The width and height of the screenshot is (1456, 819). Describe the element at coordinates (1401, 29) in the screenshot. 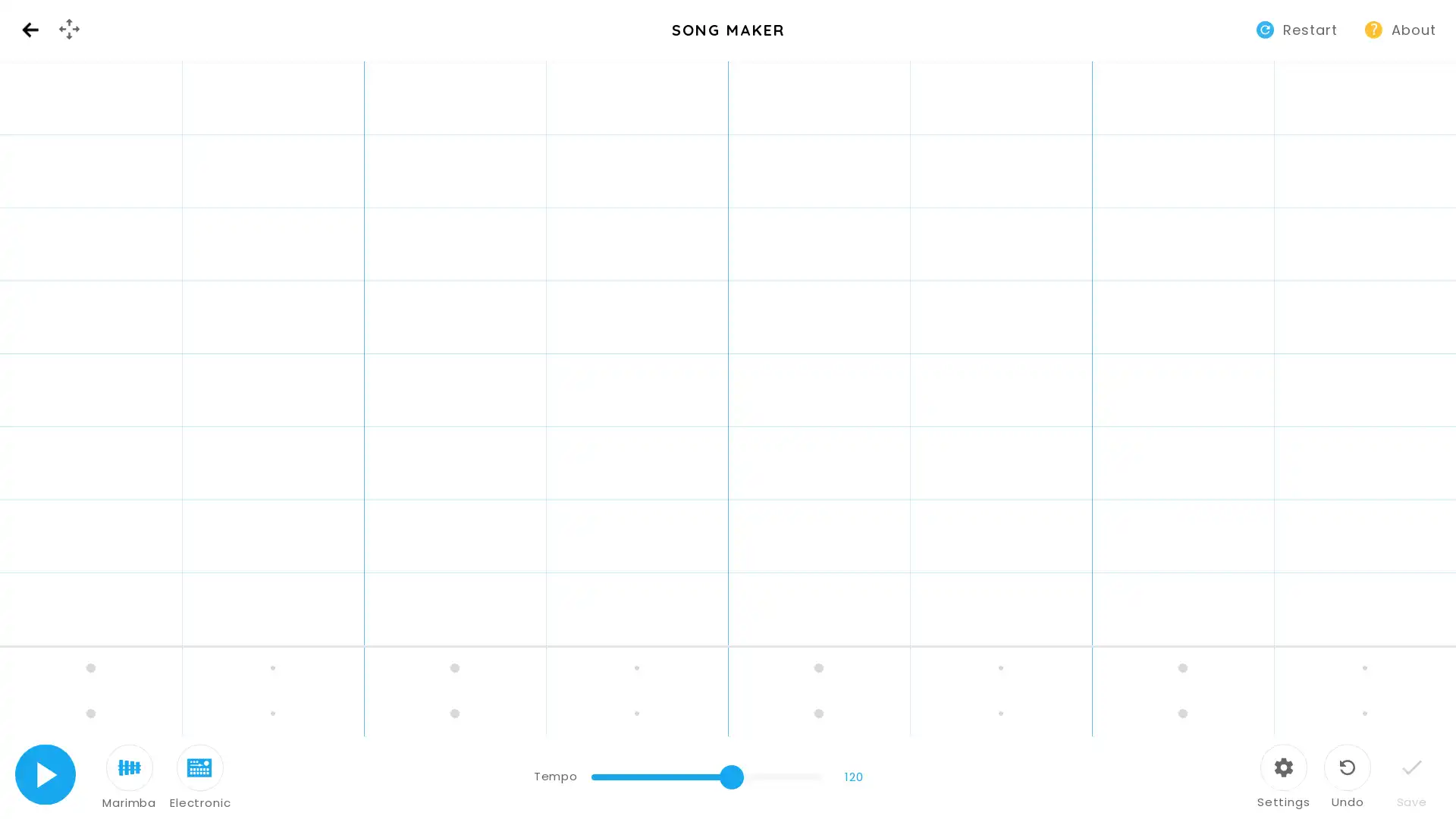

I see `About` at that location.